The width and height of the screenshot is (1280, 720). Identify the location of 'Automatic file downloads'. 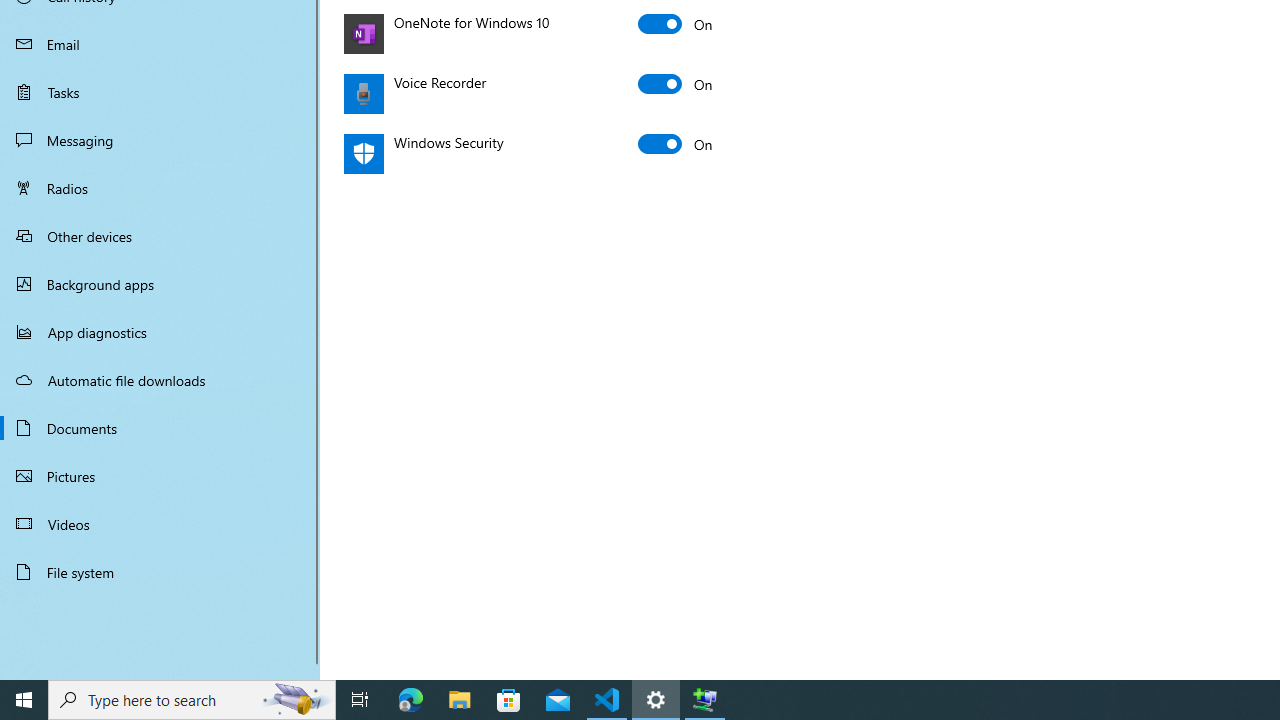
(160, 379).